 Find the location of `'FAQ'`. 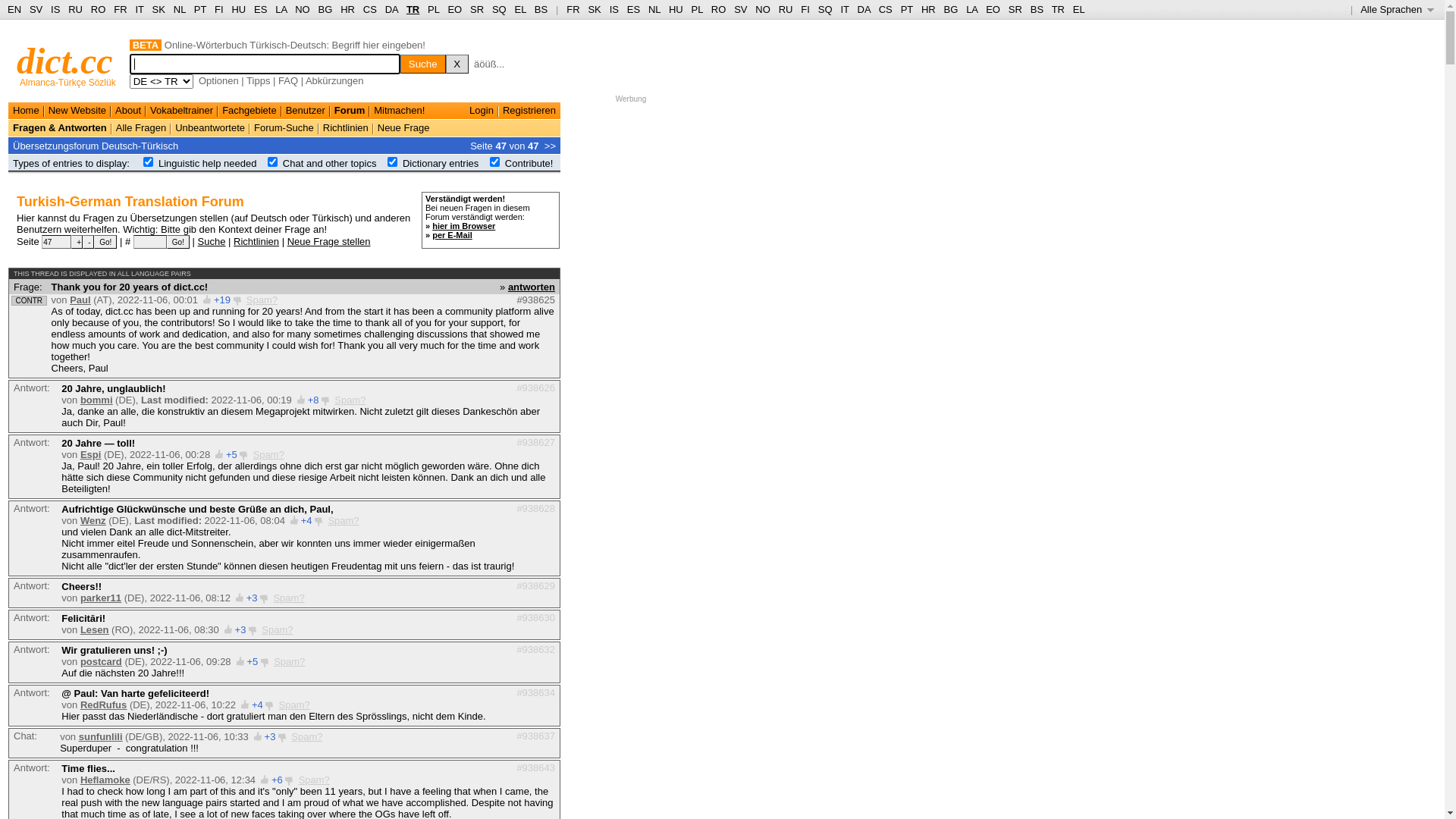

'FAQ' is located at coordinates (287, 80).